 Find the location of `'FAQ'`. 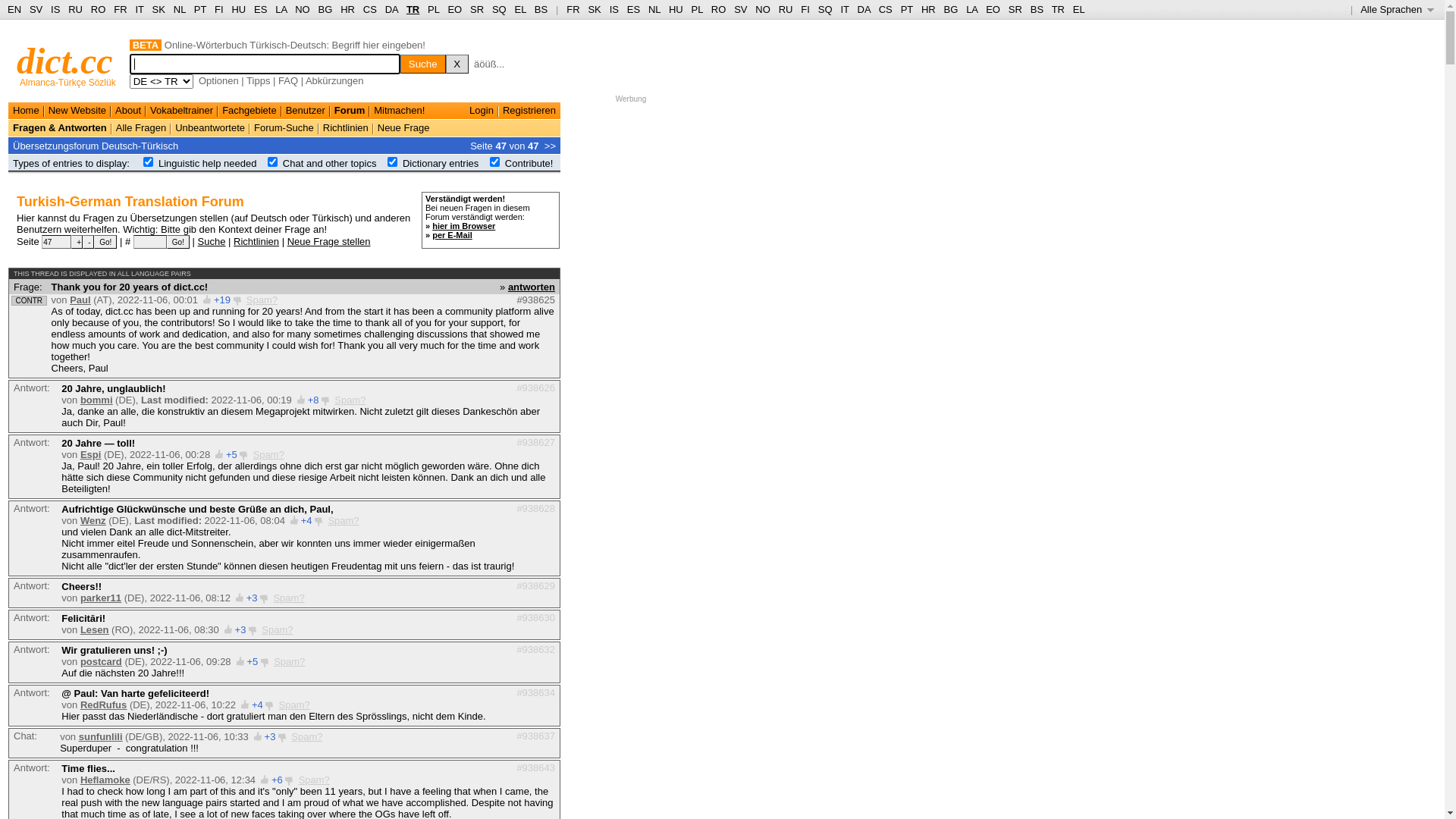

'FAQ' is located at coordinates (287, 80).